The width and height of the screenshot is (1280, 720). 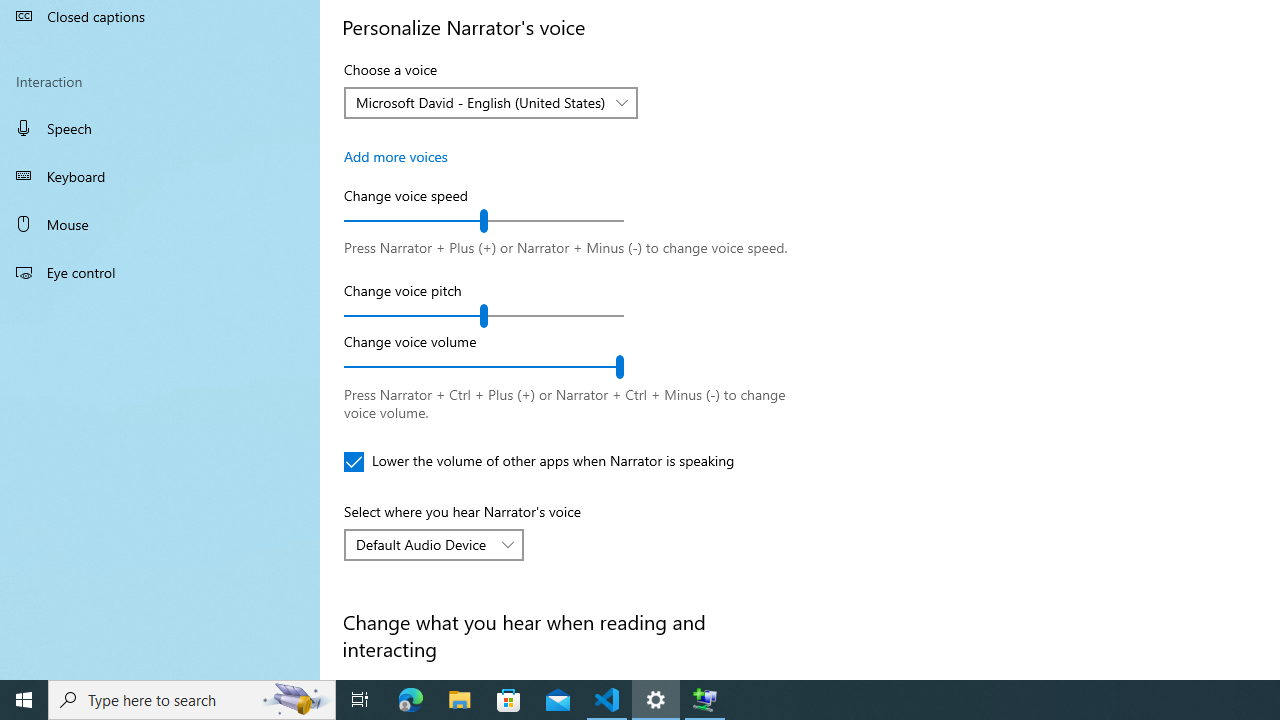 I want to click on 'Change voice speed', so click(x=484, y=221).